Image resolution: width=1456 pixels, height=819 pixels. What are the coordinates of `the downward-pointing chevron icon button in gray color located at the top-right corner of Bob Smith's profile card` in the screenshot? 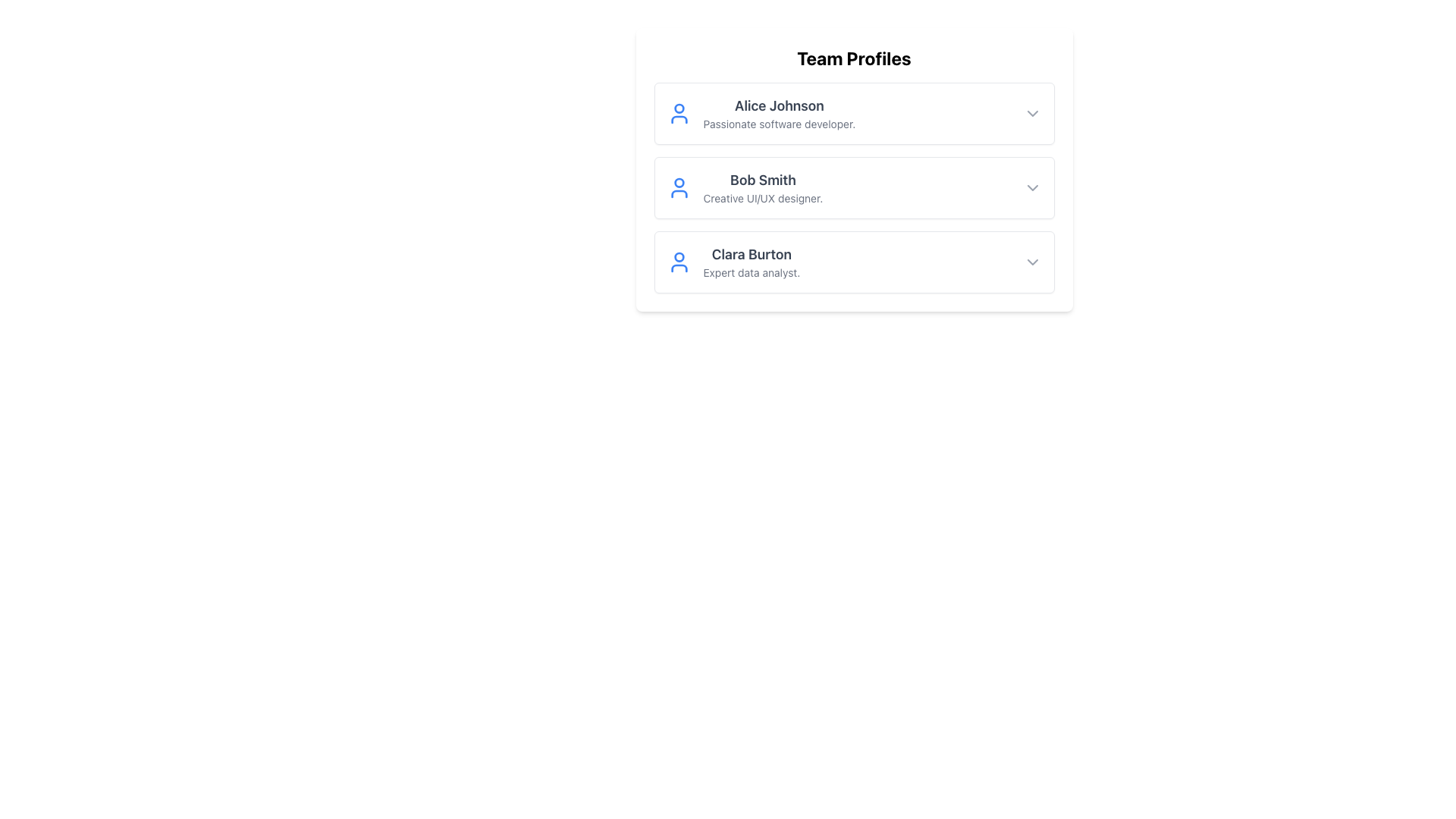 It's located at (1031, 187).